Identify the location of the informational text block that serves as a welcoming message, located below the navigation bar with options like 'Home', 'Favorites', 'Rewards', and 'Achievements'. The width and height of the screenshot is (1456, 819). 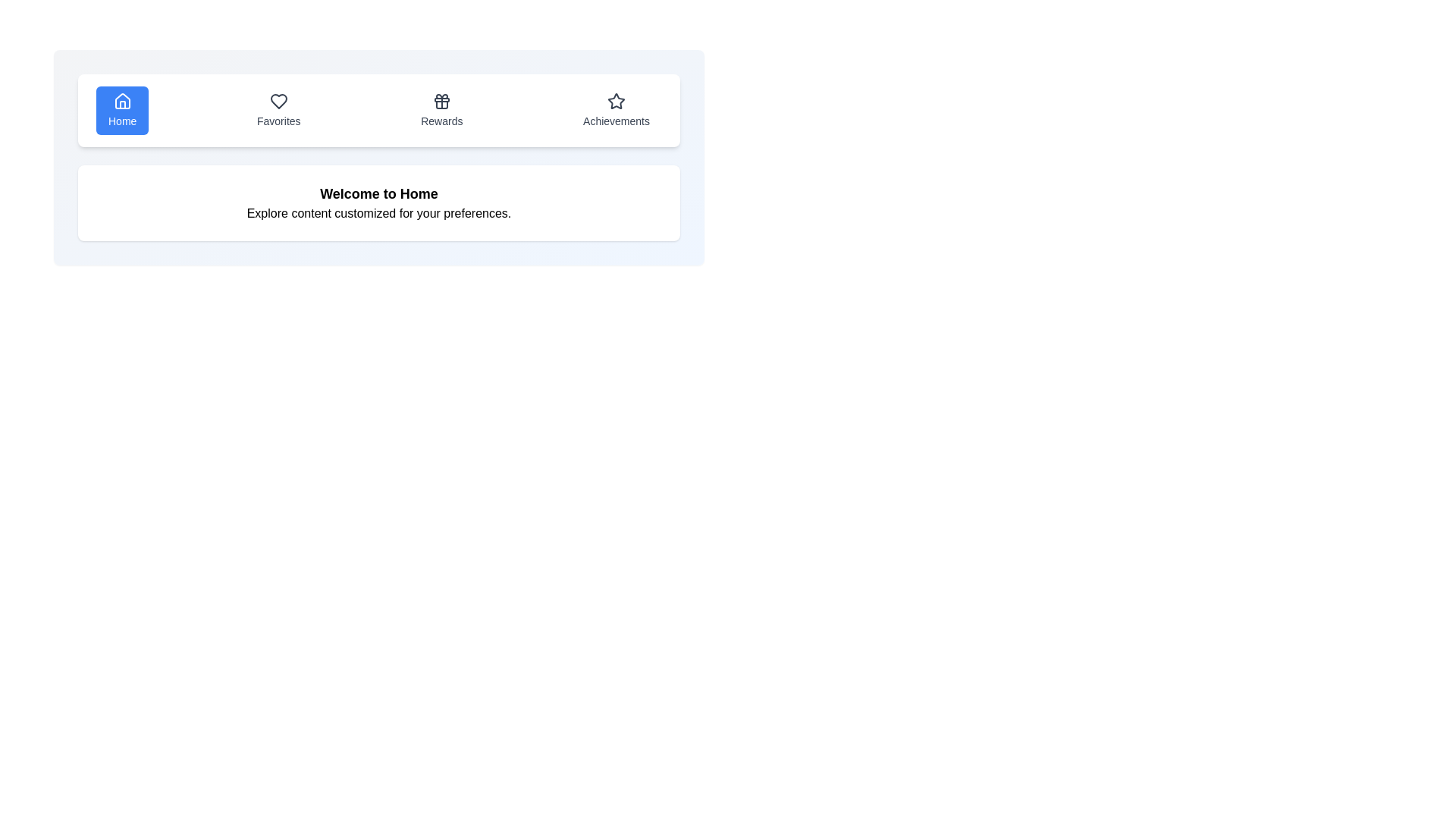
(378, 202).